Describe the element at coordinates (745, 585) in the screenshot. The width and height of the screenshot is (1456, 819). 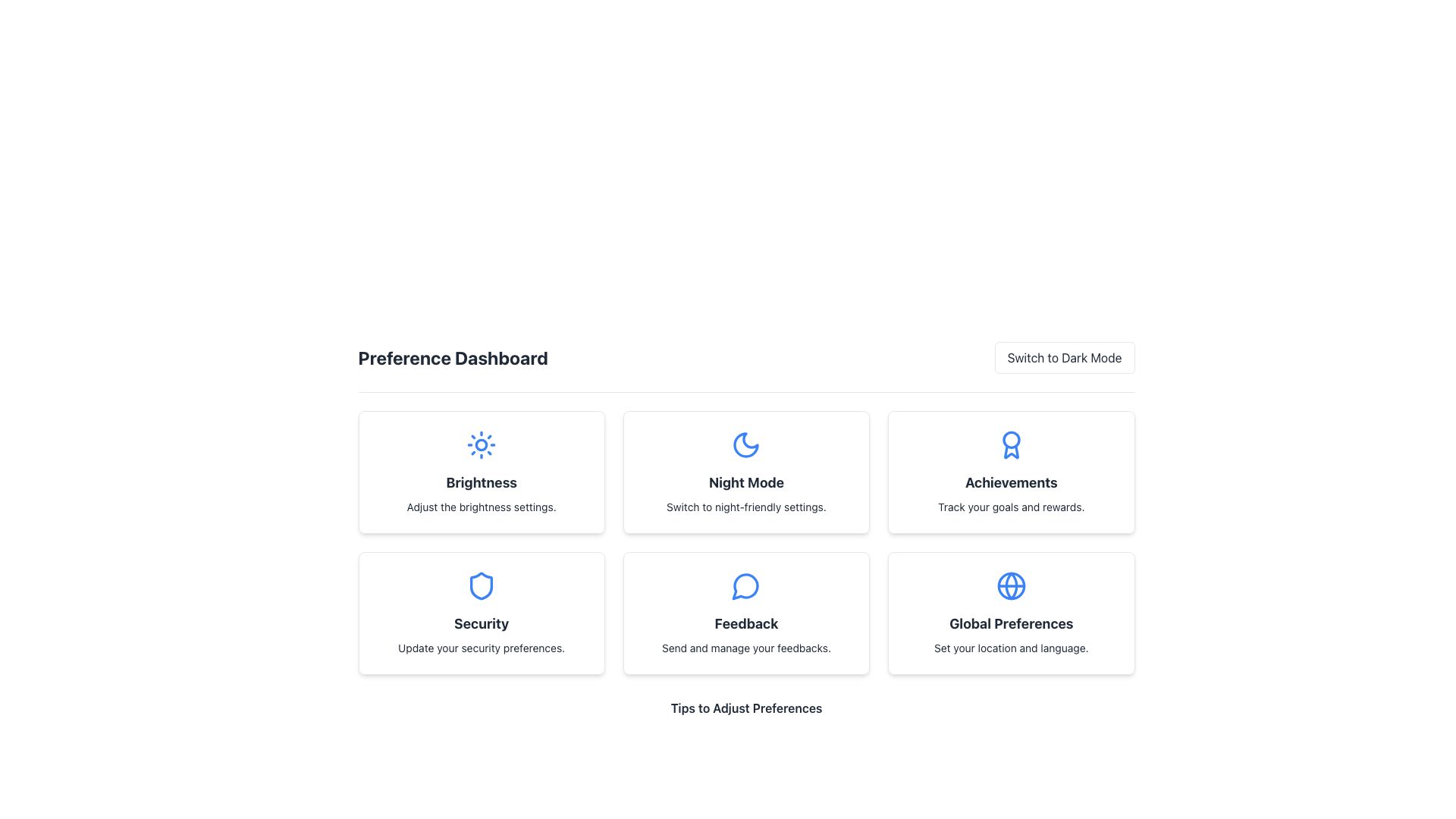
I see `the feedback icon located at the center of the 'Feedback' card, which is the central card in the bottom row of three cards in the main content grid` at that location.